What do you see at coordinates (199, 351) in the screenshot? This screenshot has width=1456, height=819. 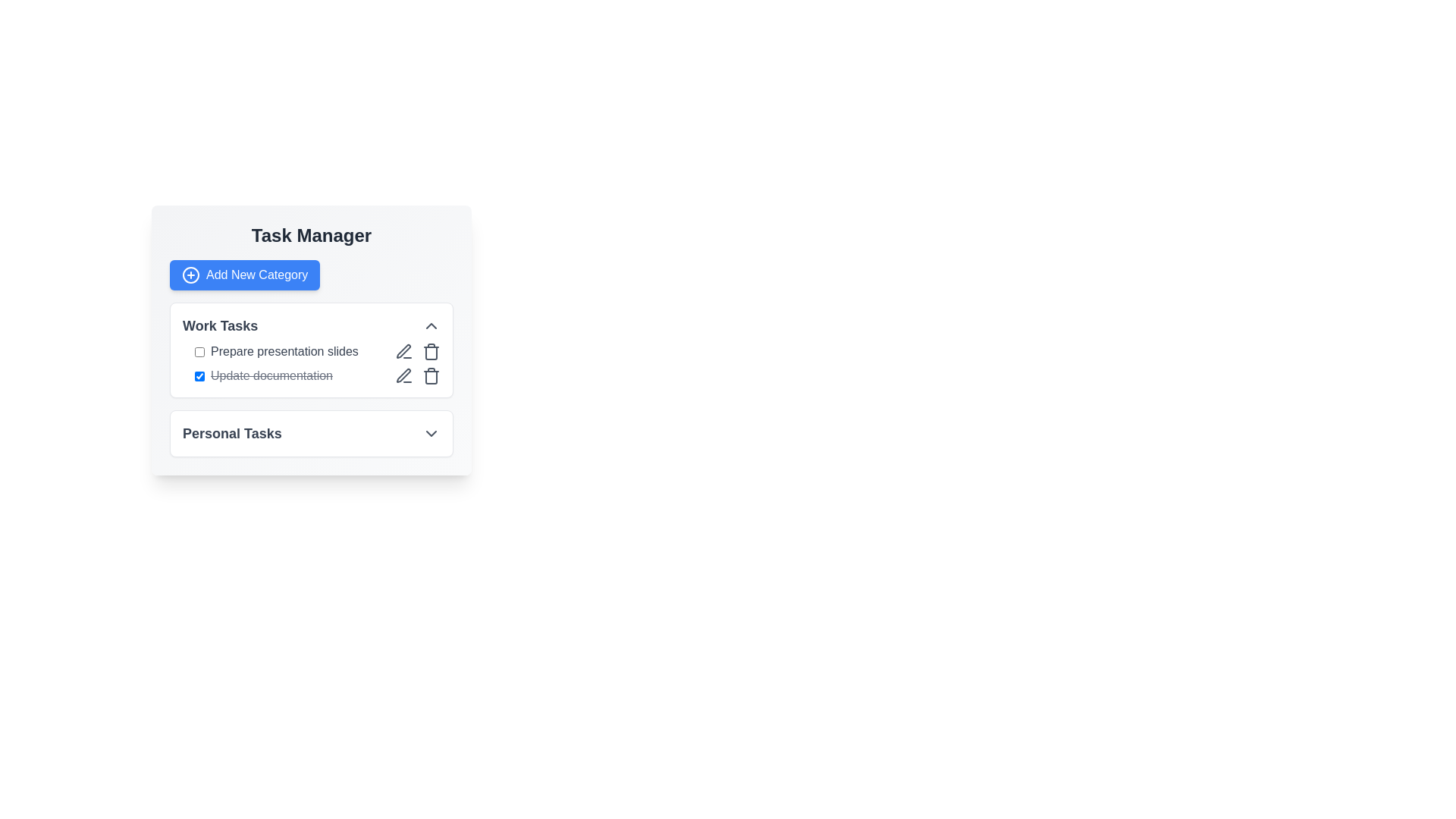 I see `the small square checkbox located to the left of the text 'Prepare presentation slides'` at bounding box center [199, 351].